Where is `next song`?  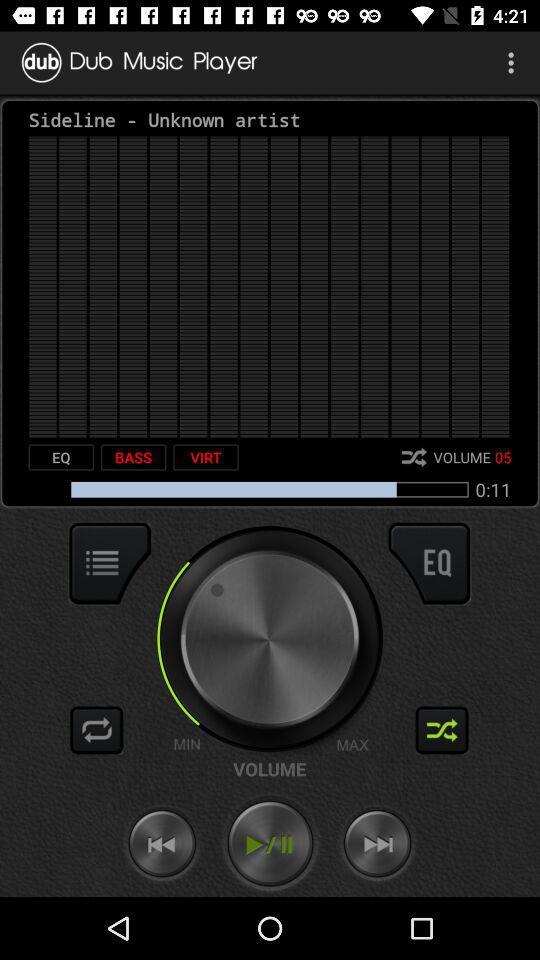
next song is located at coordinates (377, 843).